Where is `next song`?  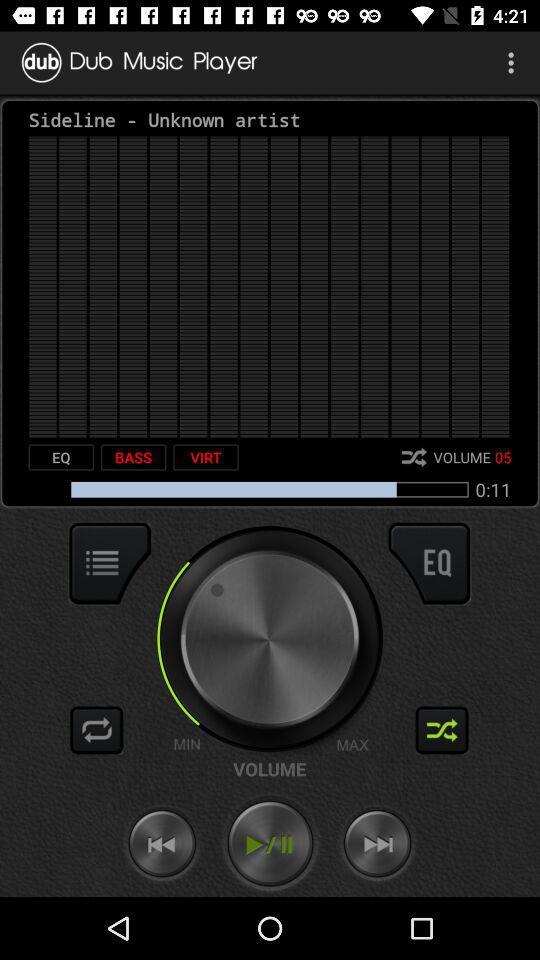
next song is located at coordinates (377, 843).